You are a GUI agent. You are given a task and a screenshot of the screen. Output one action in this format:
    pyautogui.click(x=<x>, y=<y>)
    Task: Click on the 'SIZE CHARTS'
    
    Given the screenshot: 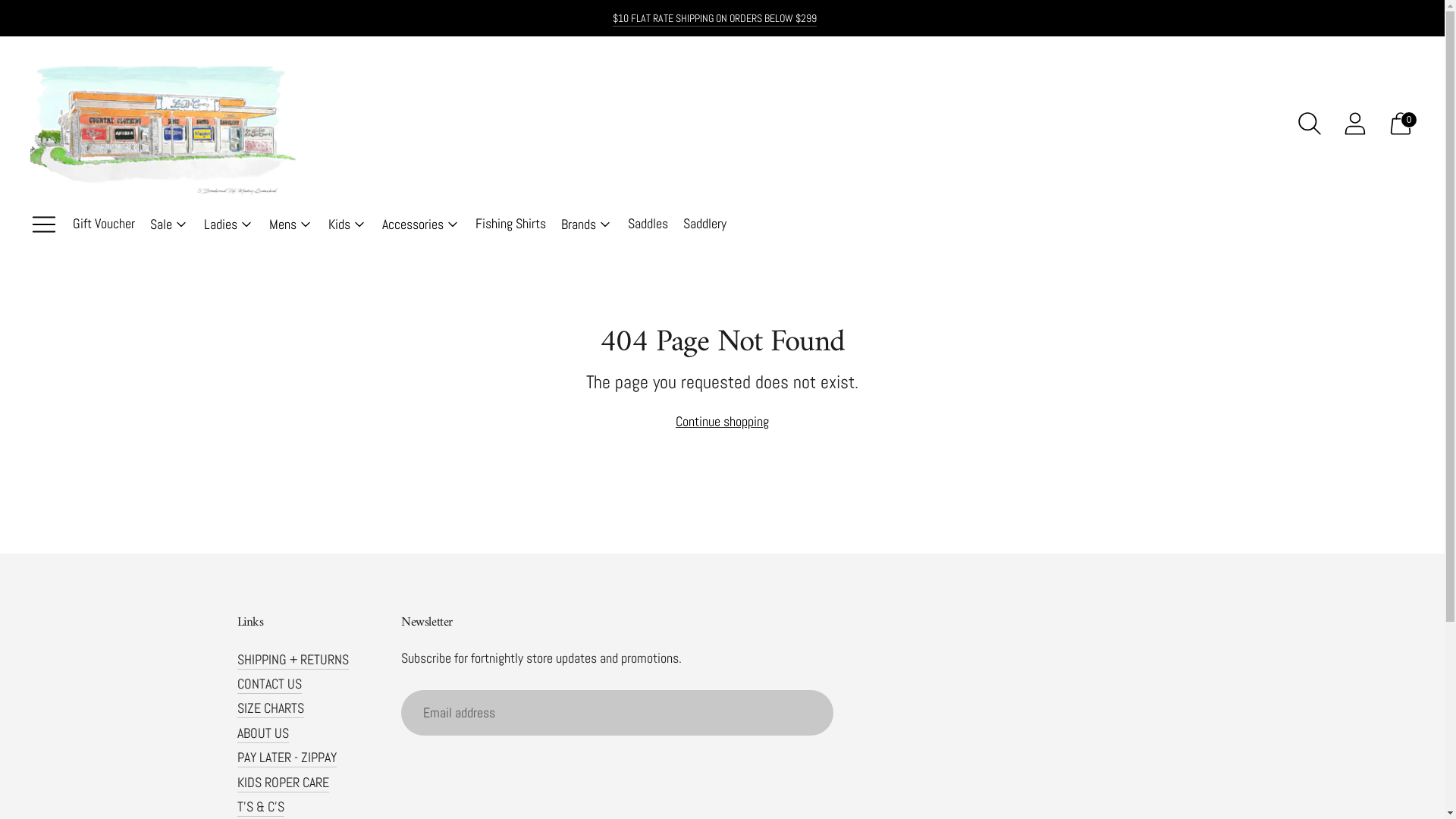 What is the action you would take?
    pyautogui.click(x=269, y=708)
    